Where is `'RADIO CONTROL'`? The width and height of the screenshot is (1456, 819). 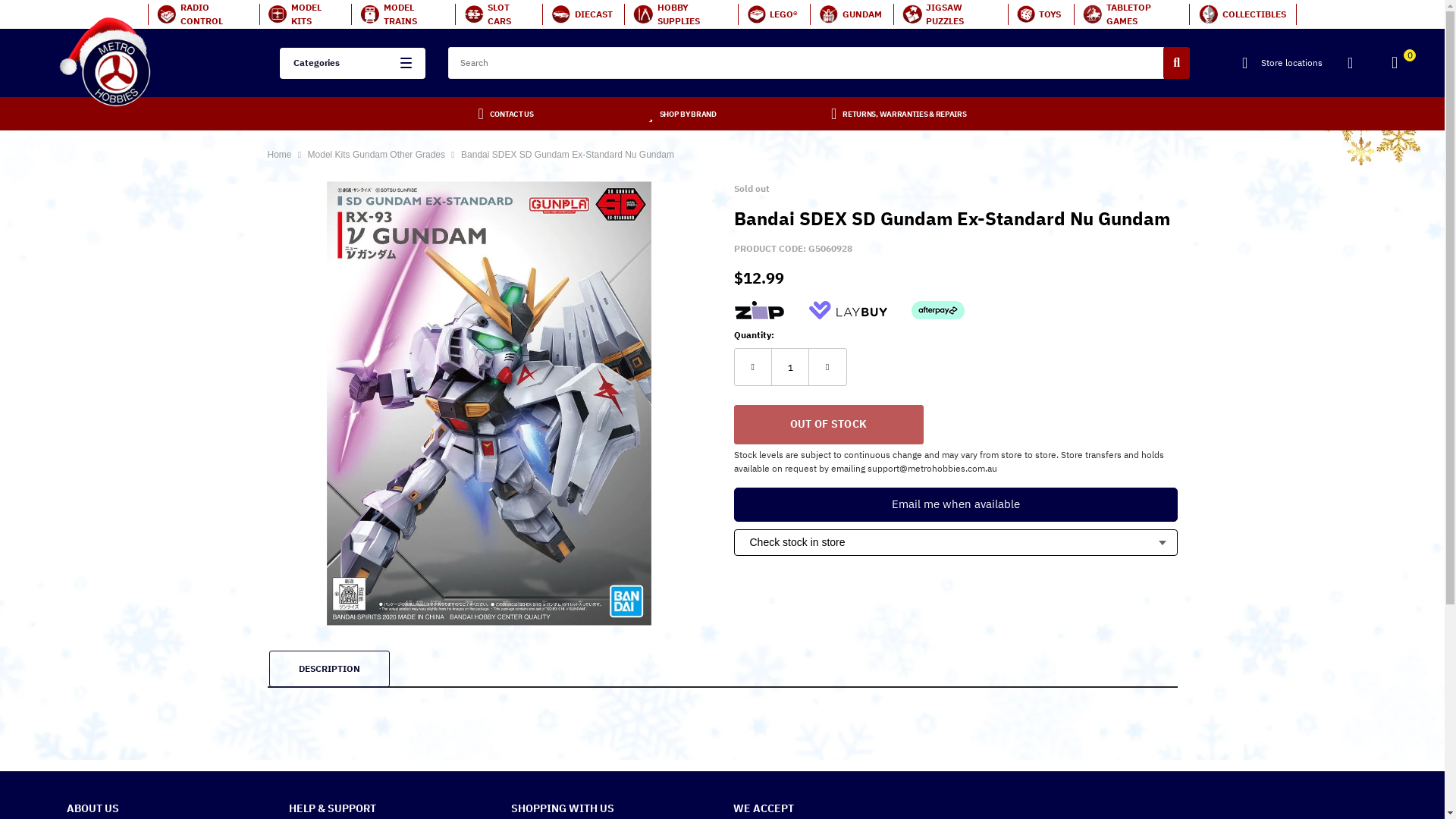
'RADIO CONTROL' is located at coordinates (202, 14).